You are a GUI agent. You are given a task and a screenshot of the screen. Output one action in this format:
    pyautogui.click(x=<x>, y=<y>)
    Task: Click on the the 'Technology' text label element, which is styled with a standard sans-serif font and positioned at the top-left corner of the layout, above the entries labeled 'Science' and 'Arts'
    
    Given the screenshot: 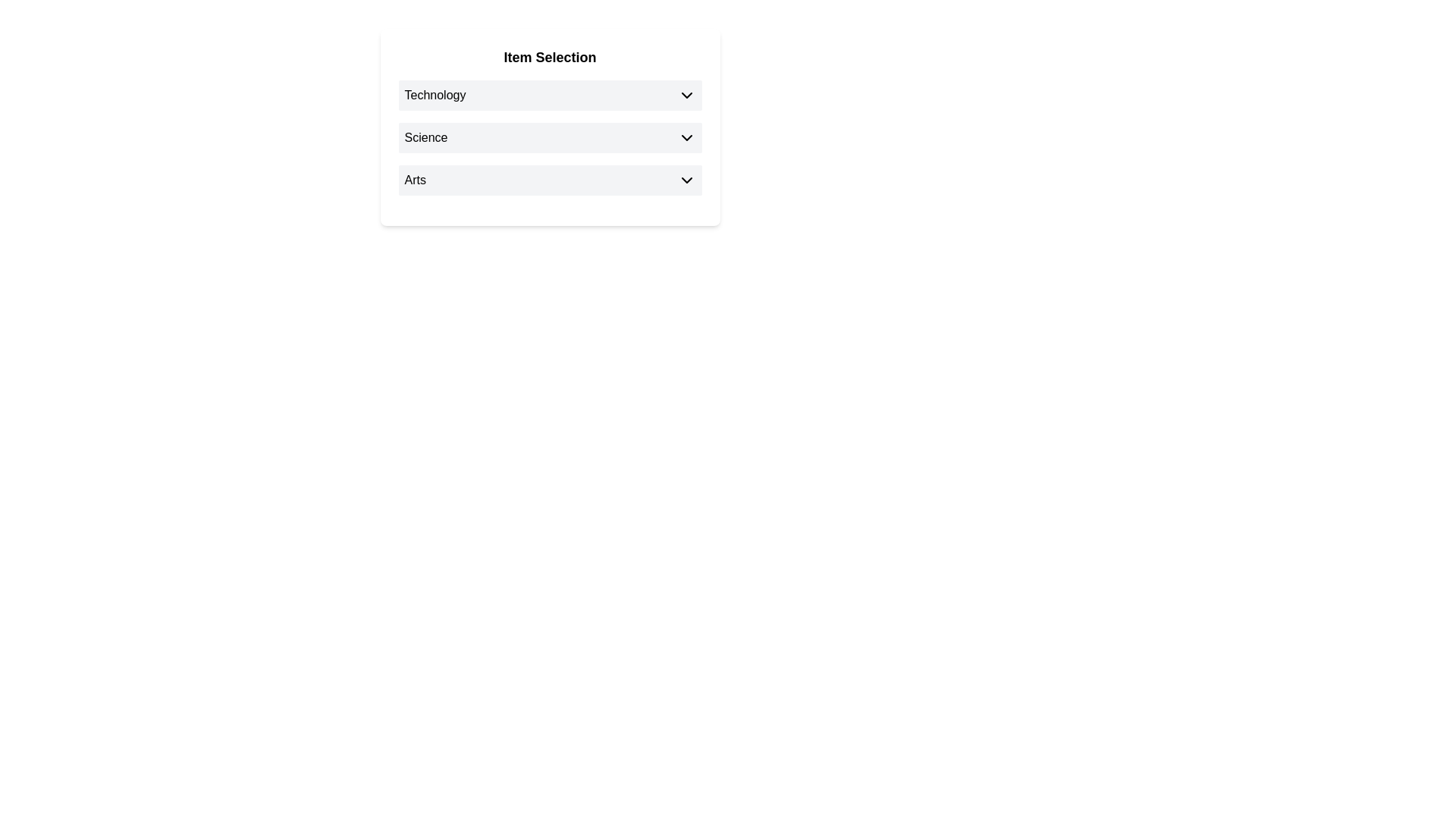 What is the action you would take?
    pyautogui.click(x=434, y=96)
    